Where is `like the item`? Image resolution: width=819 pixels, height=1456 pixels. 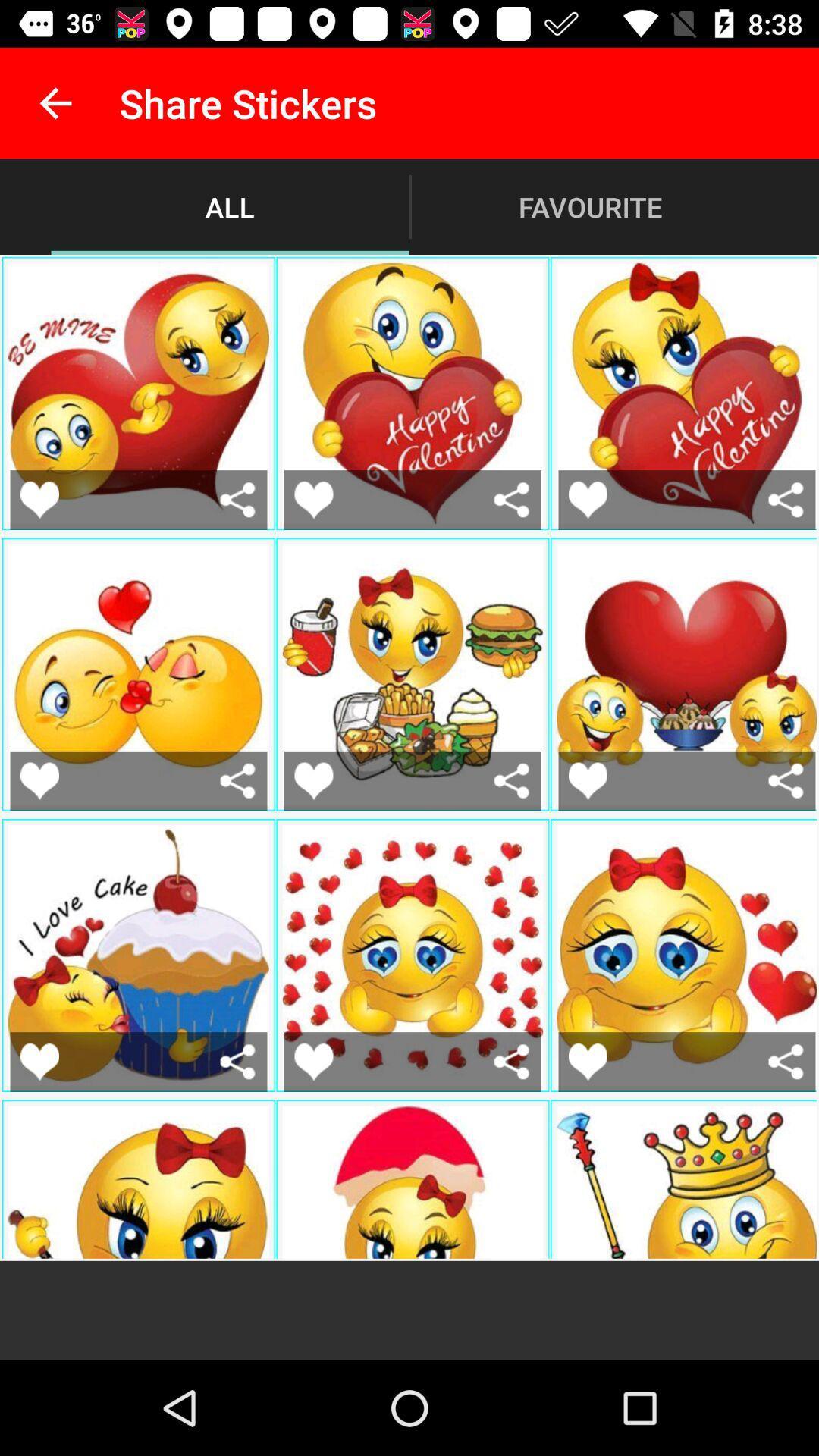 like the item is located at coordinates (39, 780).